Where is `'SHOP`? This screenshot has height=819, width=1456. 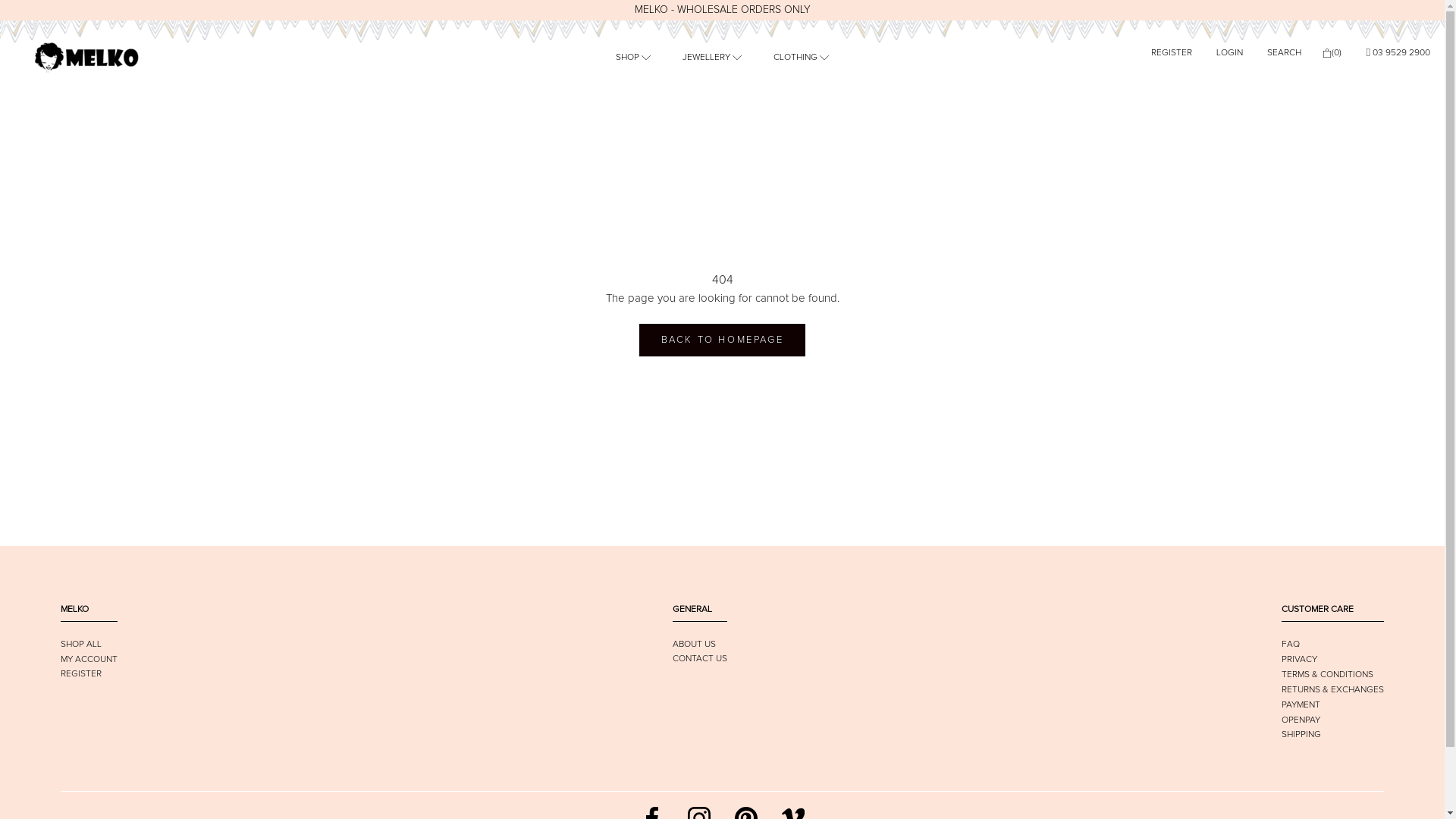
'SHOP is located at coordinates (633, 57).